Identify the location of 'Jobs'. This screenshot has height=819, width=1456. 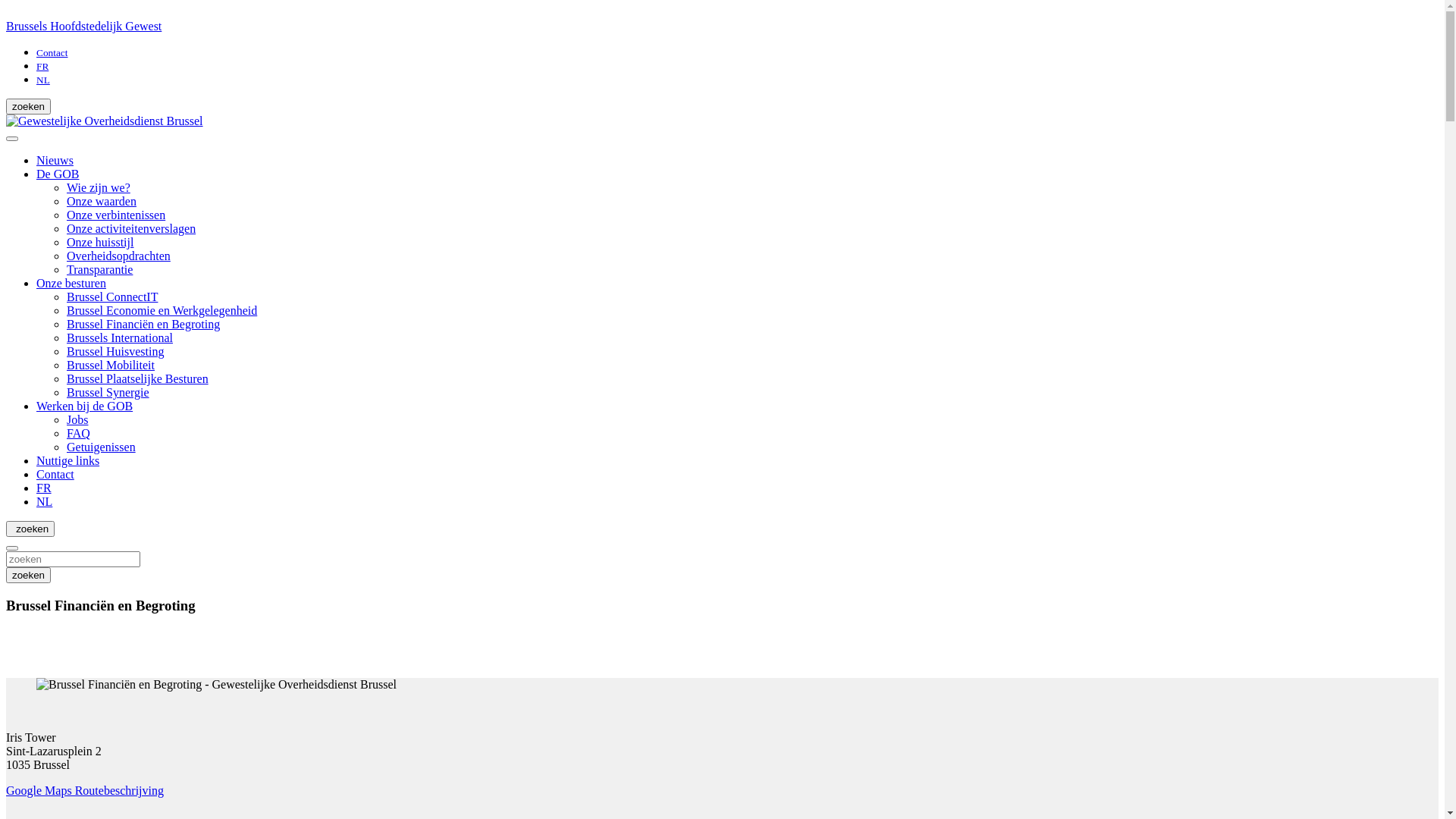
(76, 419).